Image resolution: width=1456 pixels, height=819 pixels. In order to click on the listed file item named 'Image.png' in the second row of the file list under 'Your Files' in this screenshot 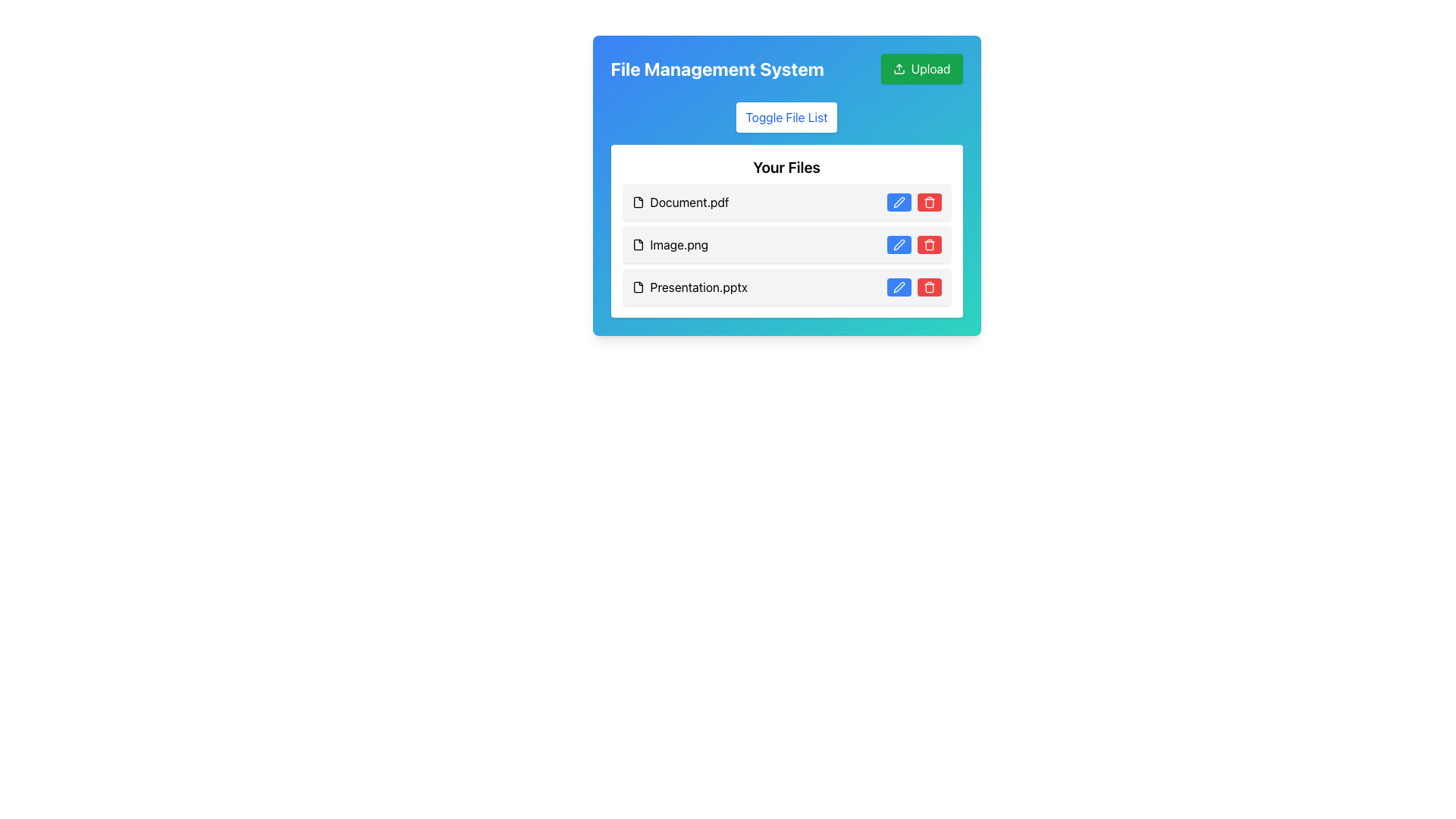, I will do `click(669, 244)`.